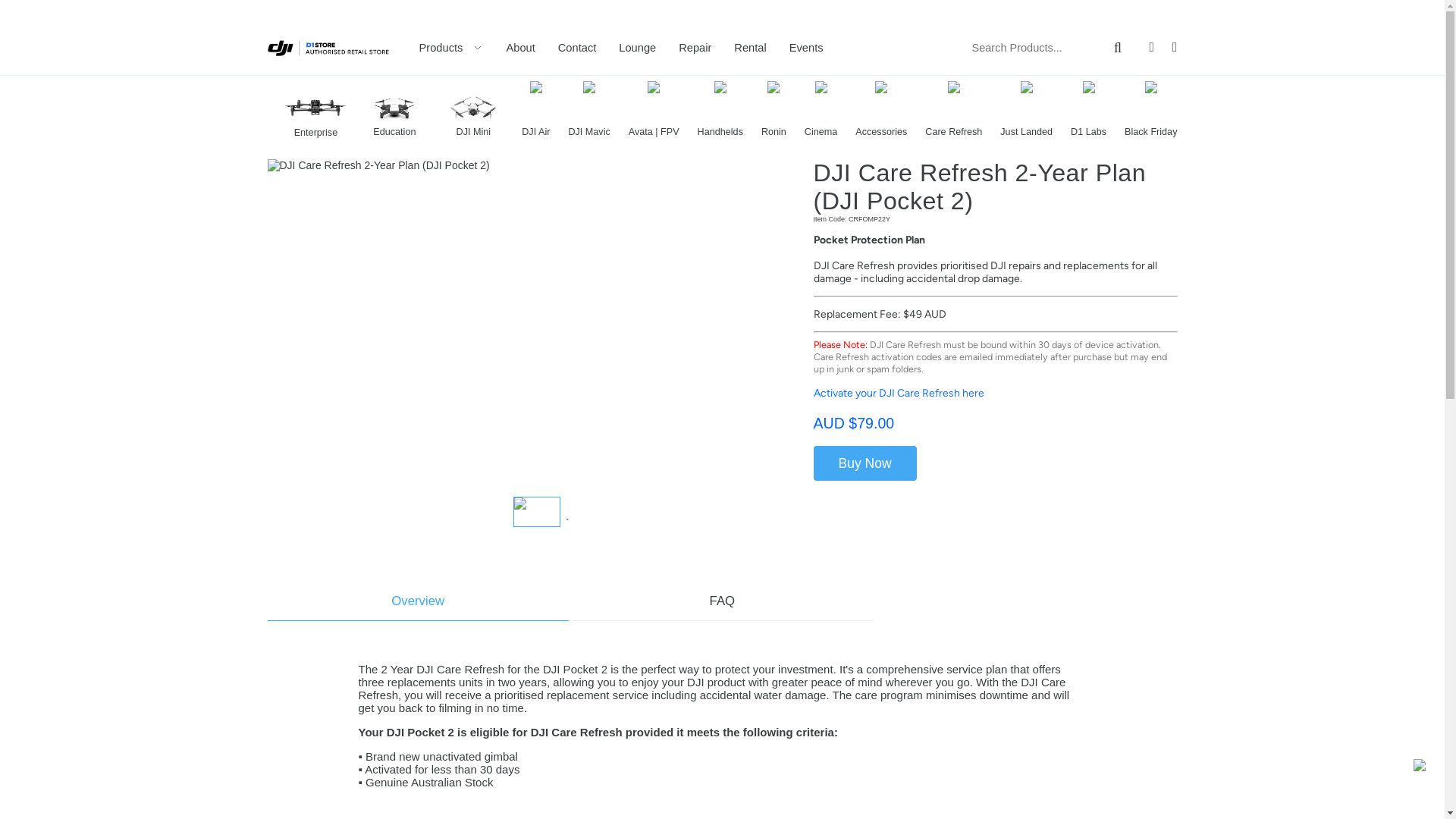  Describe the element at coordinates (789, 46) in the screenshot. I see `'Events'` at that location.